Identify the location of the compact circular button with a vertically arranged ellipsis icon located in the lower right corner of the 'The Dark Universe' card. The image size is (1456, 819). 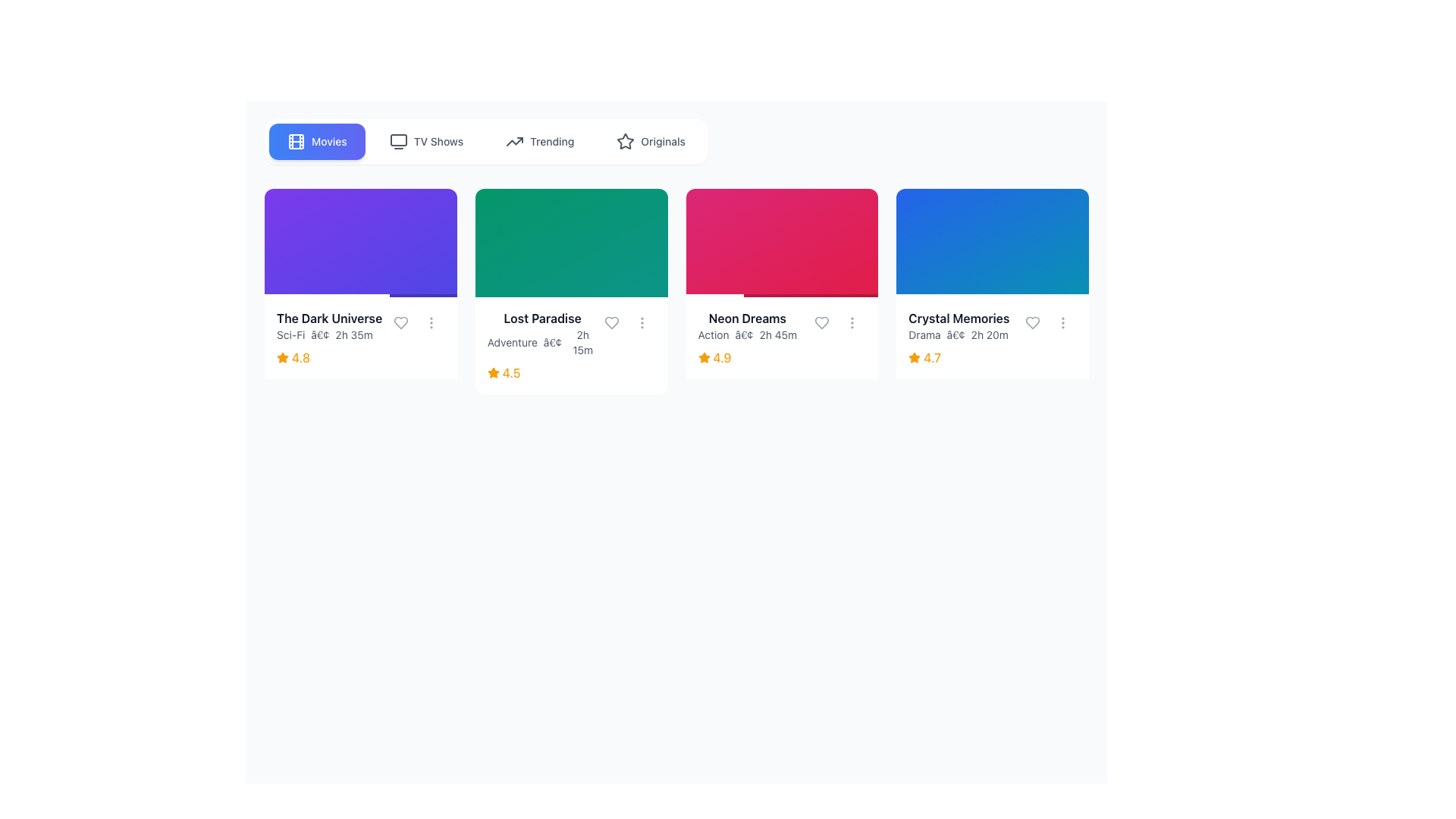
(430, 322).